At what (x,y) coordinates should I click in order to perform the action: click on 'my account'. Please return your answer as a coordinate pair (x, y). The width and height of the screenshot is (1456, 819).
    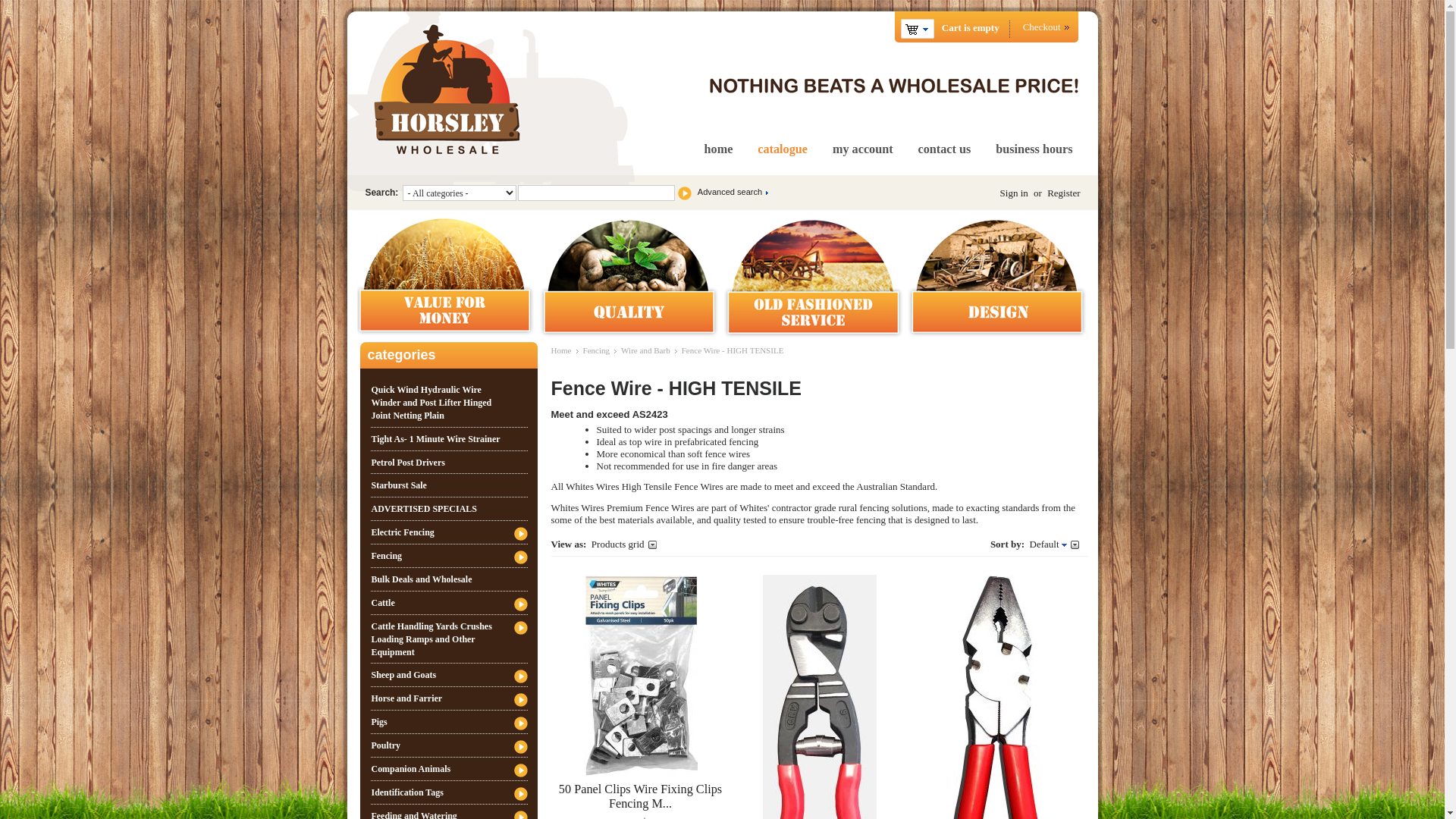
    Looking at the image, I should click on (862, 149).